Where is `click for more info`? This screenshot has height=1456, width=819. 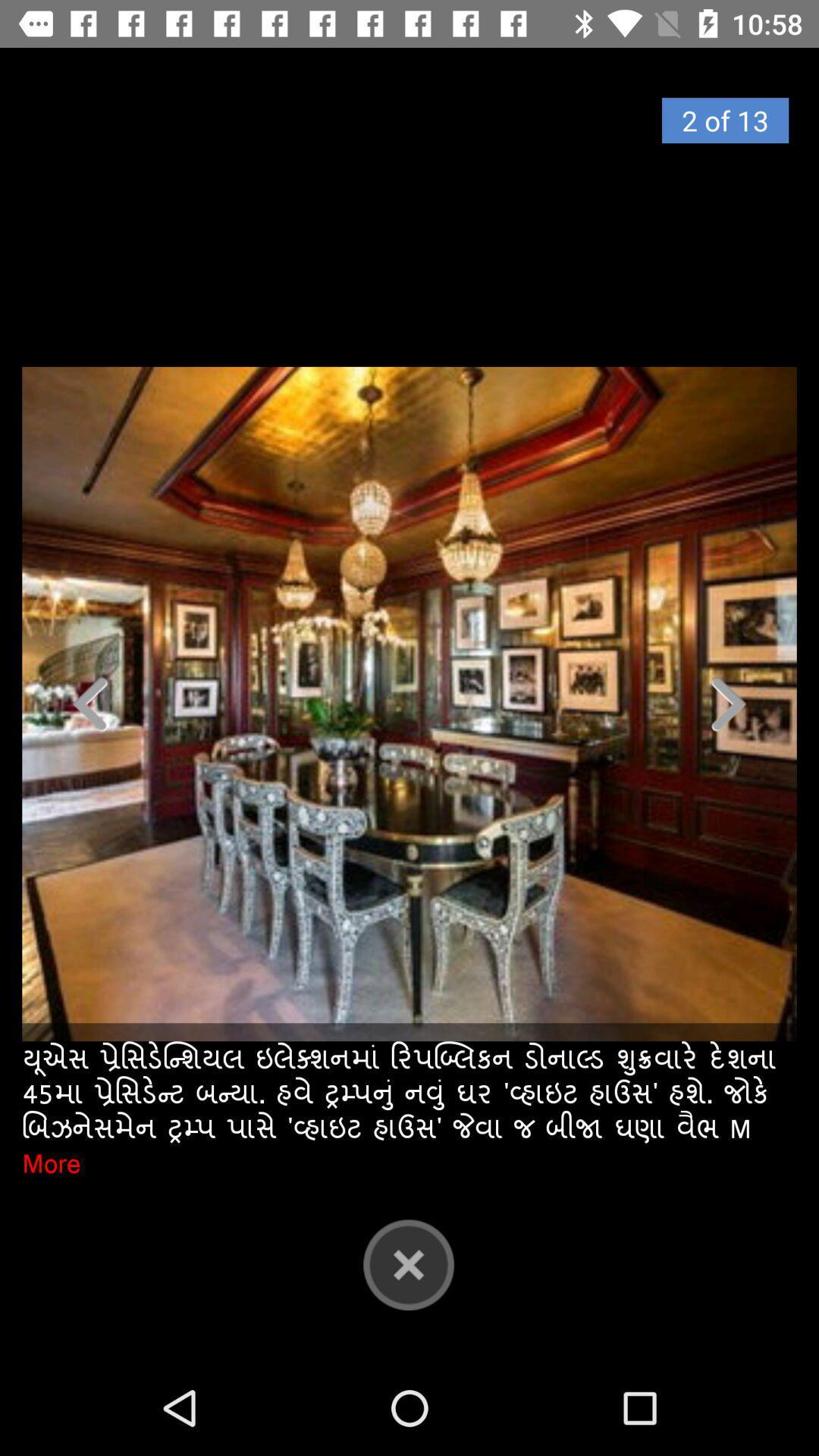 click for more info is located at coordinates (409, 703).